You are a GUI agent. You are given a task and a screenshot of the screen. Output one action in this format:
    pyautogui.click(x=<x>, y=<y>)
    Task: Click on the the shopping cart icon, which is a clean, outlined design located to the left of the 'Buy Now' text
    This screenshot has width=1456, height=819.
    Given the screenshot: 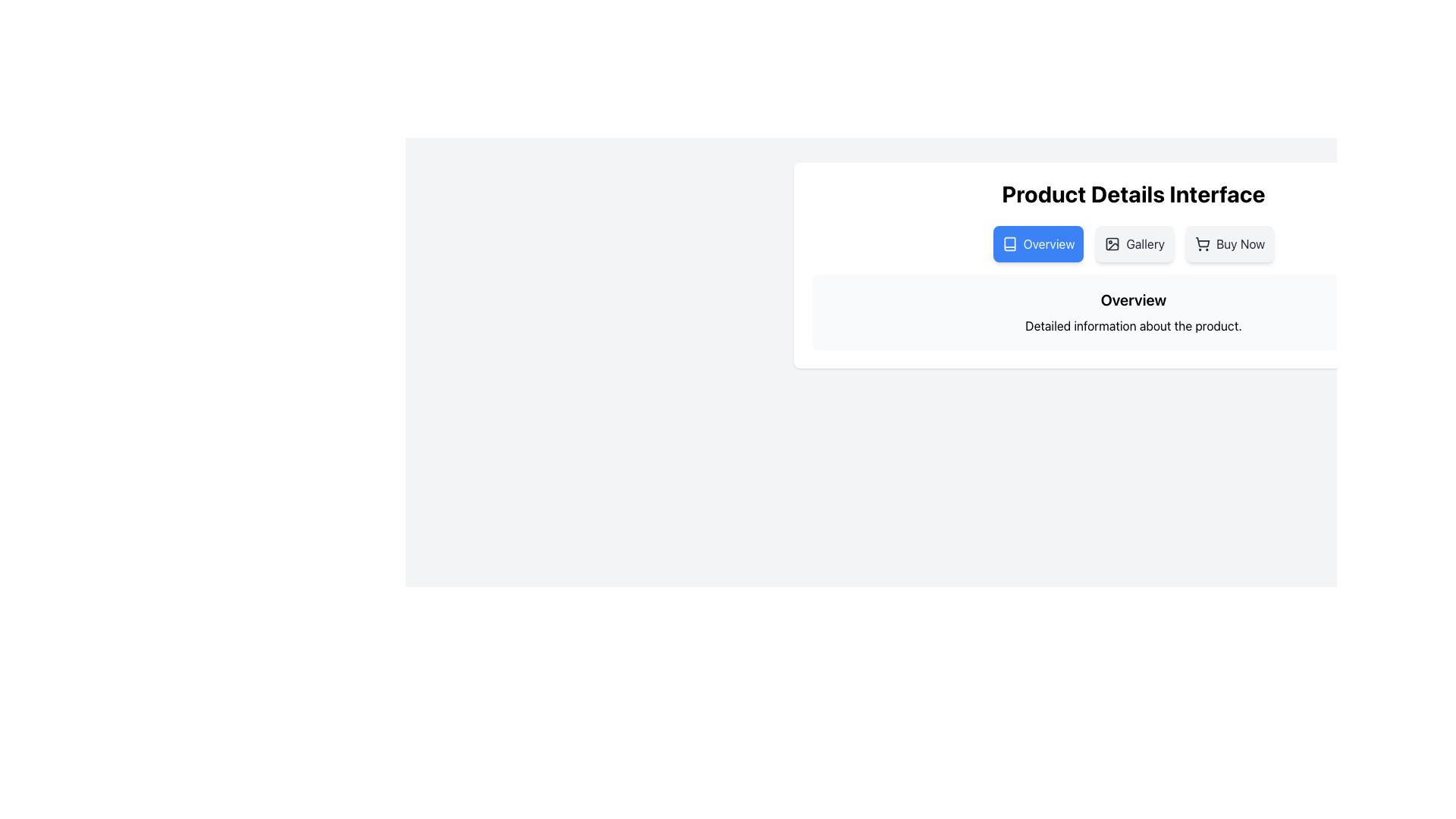 What is the action you would take?
    pyautogui.click(x=1202, y=243)
    